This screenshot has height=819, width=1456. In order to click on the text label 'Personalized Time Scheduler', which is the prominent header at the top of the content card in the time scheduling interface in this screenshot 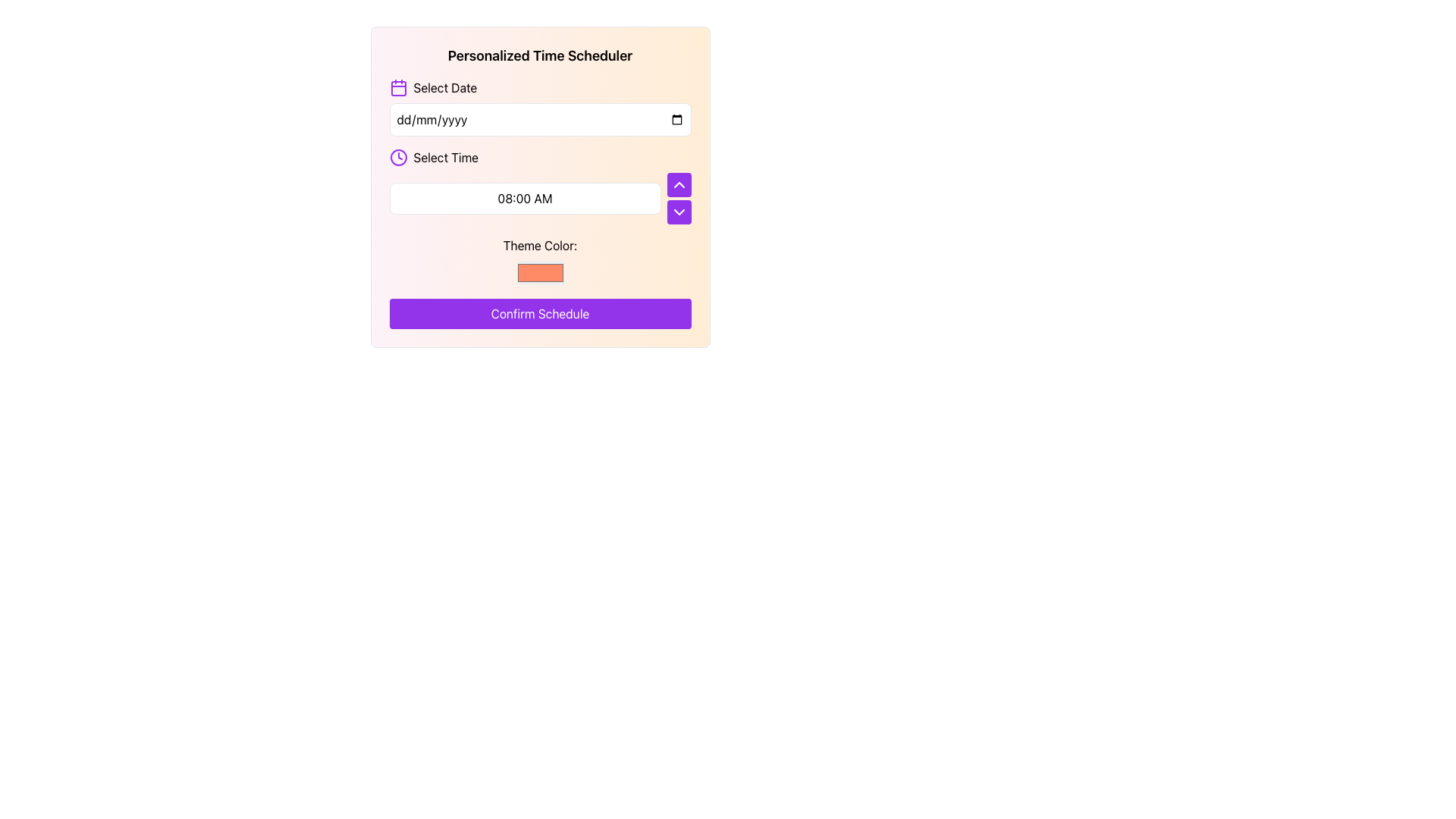, I will do `click(540, 55)`.